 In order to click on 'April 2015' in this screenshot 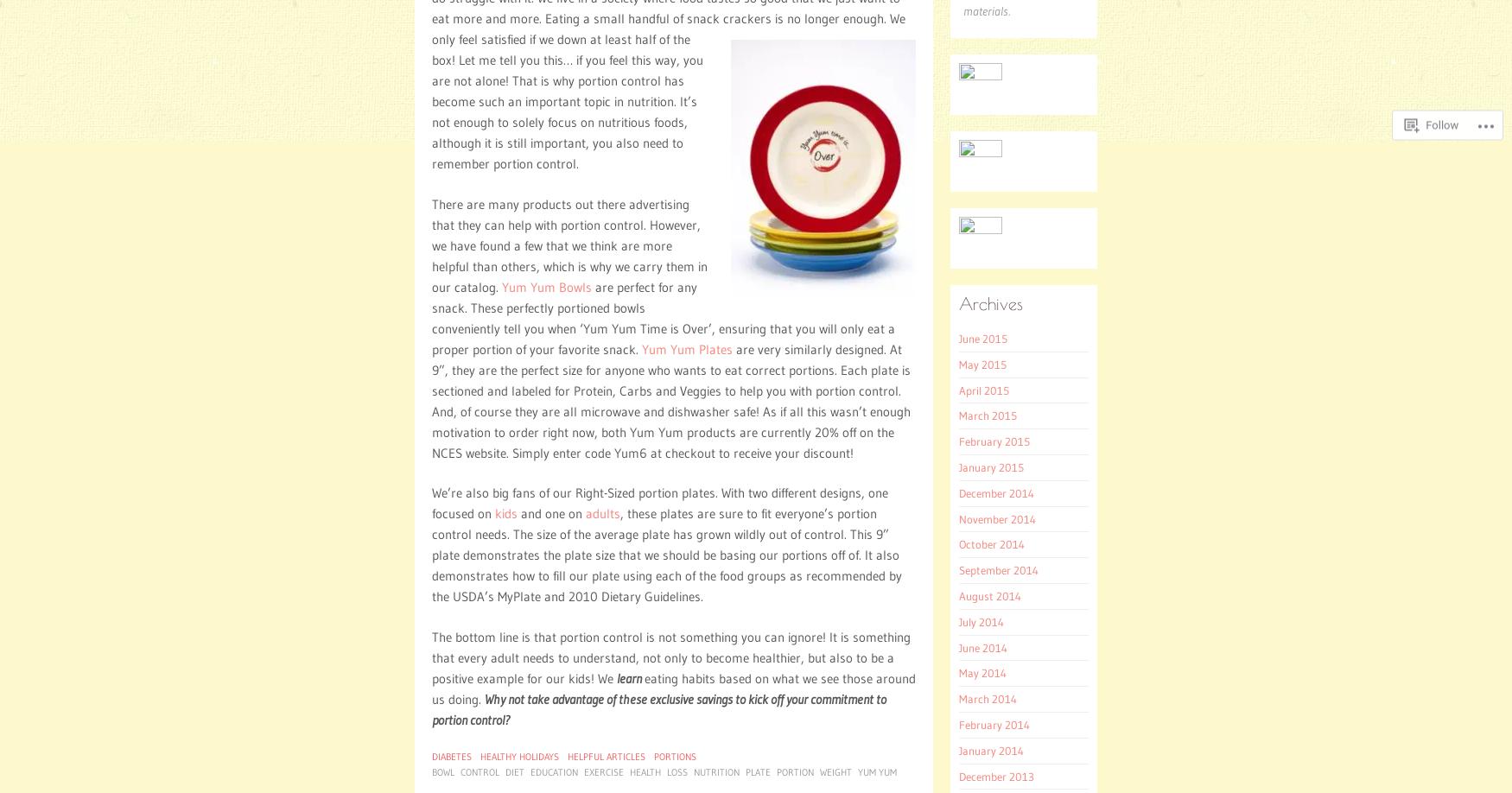, I will do `click(959, 389)`.